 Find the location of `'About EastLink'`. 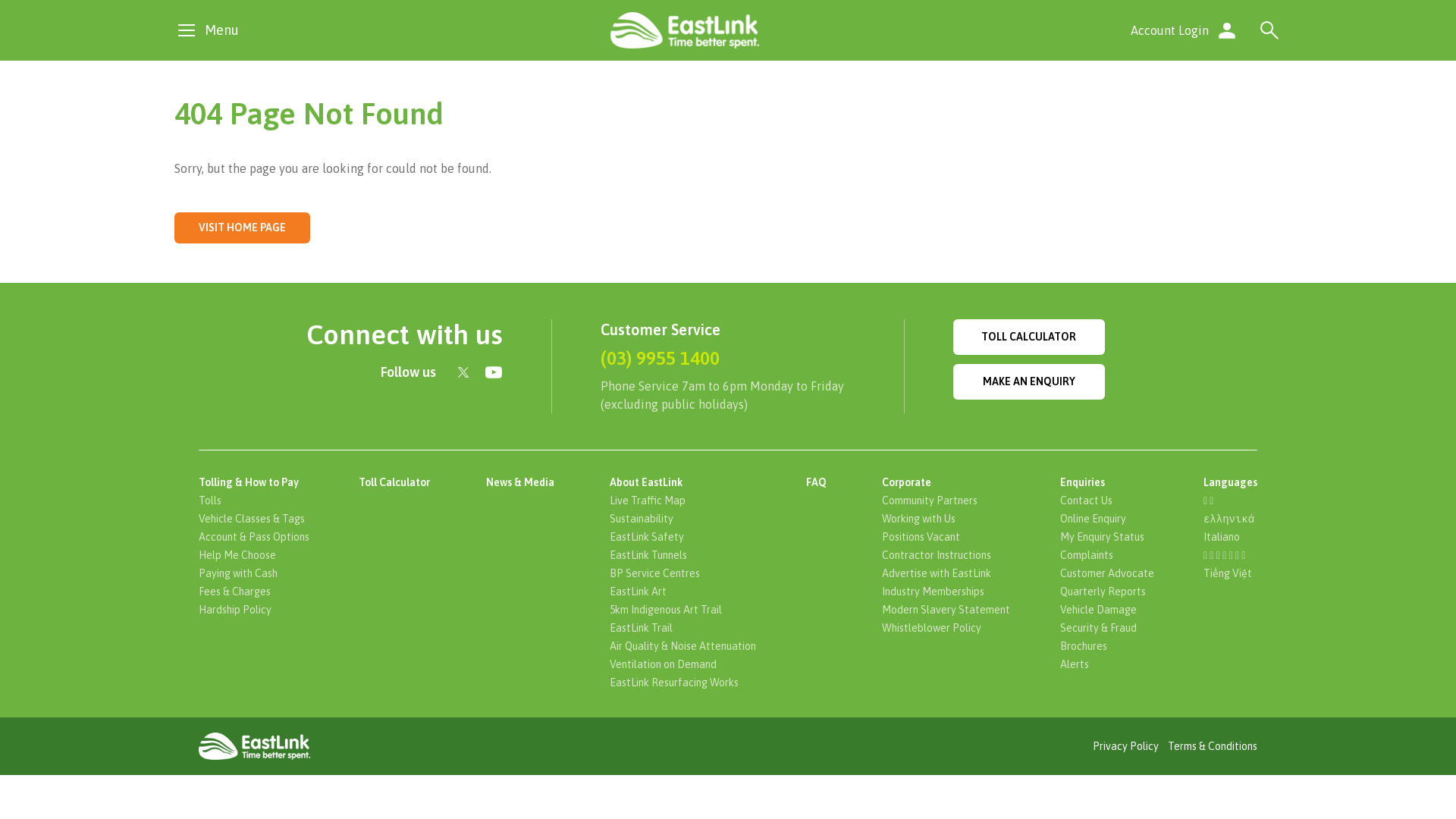

'About EastLink' is located at coordinates (655, 482).